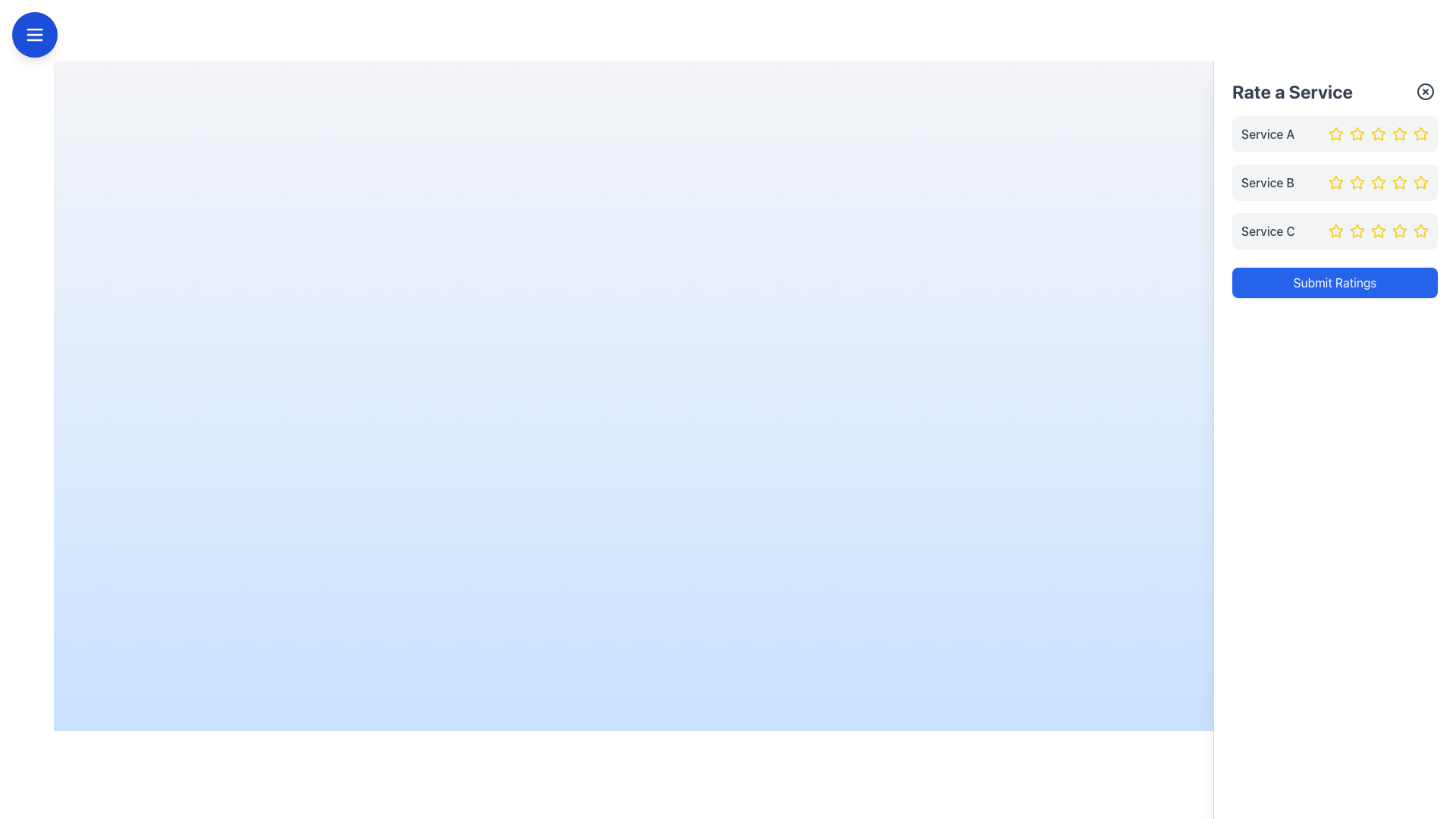 The width and height of the screenshot is (1456, 819). I want to click on a star in the Rating Component labeled 'Service C' to set a rating, so click(1335, 231).